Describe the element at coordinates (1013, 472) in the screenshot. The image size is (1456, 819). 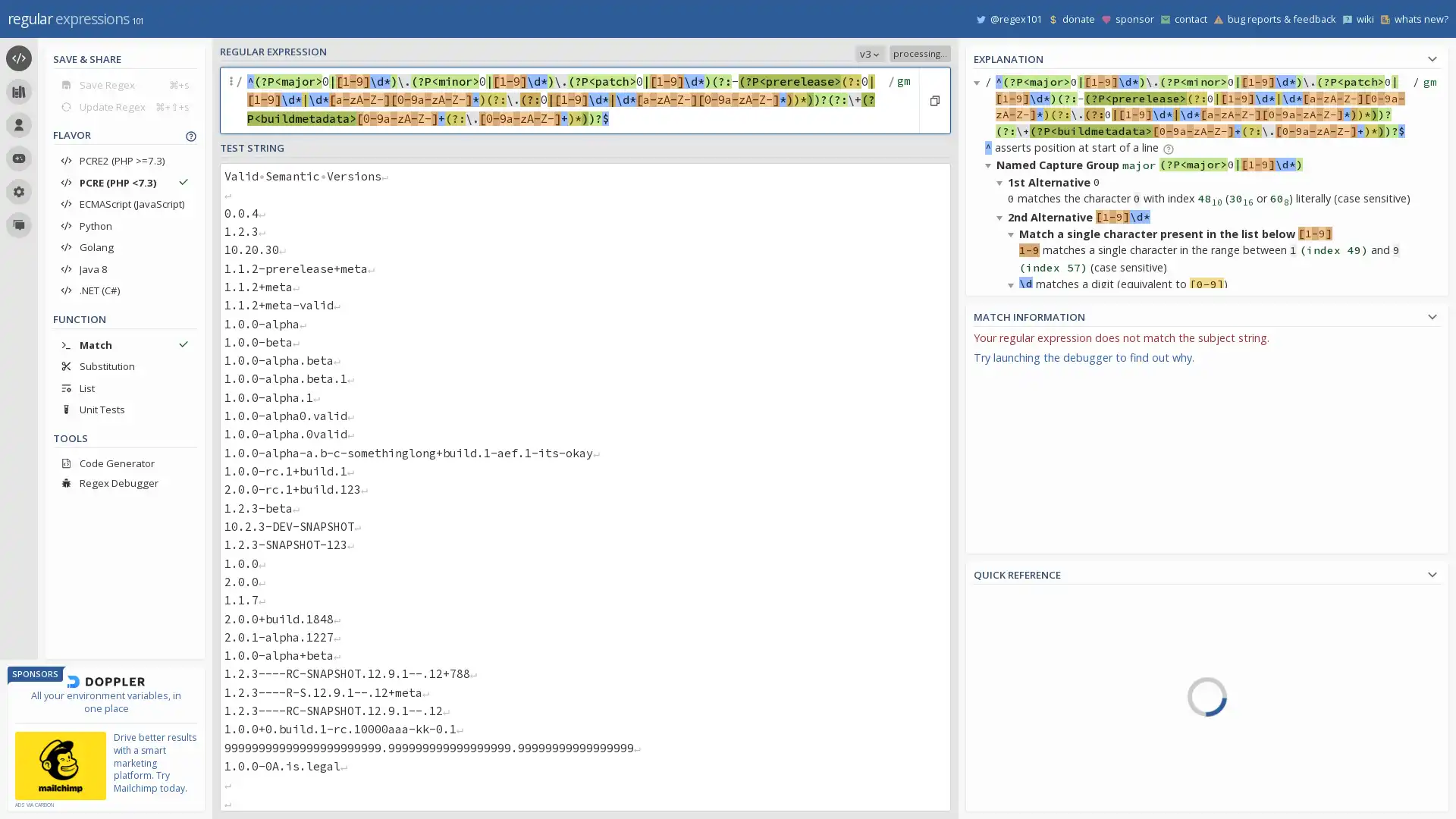
I see `Collapse Subtree` at that location.